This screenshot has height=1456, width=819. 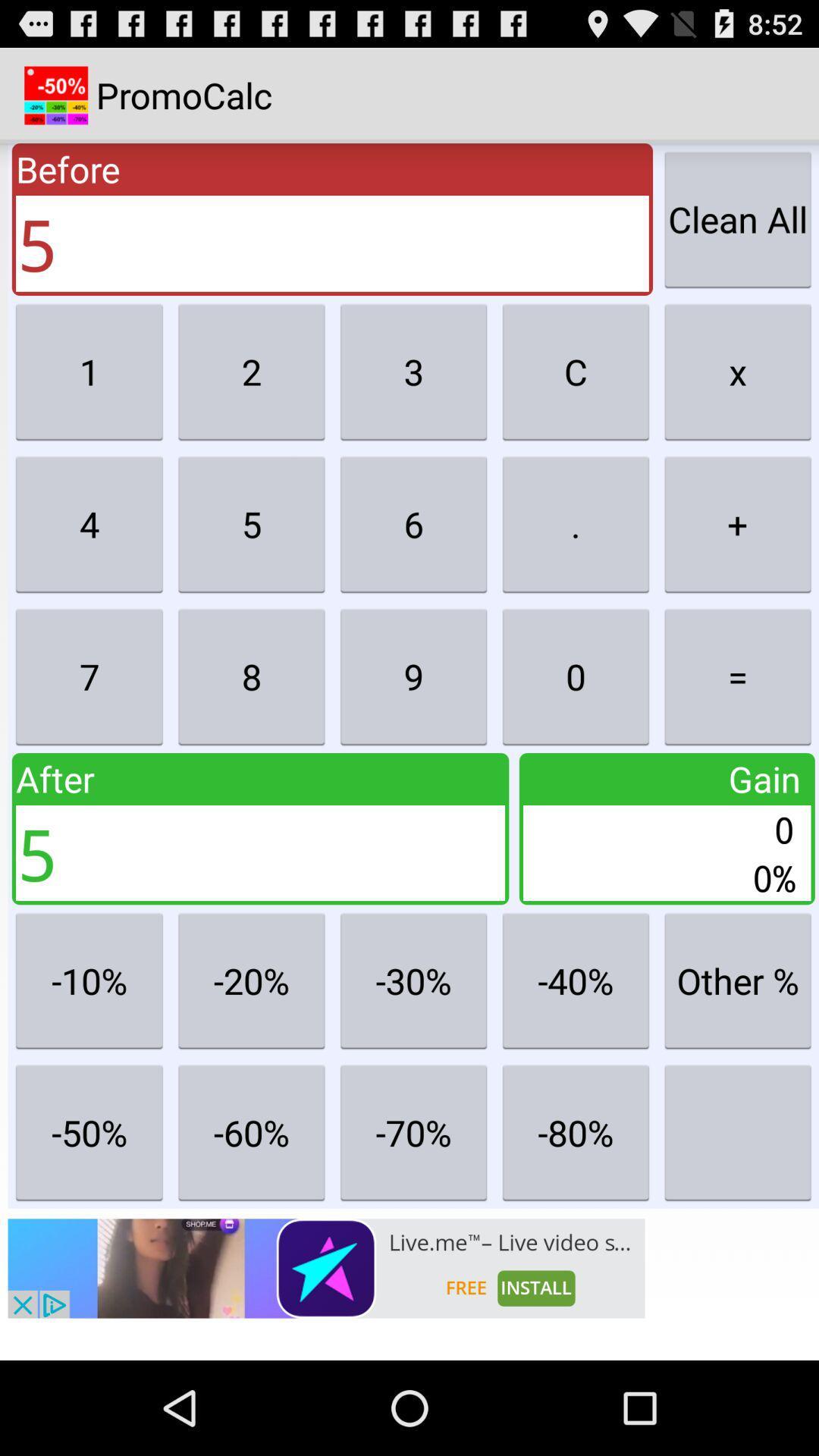 What do you see at coordinates (576, 981) in the screenshot?
I see `40 icon` at bounding box center [576, 981].